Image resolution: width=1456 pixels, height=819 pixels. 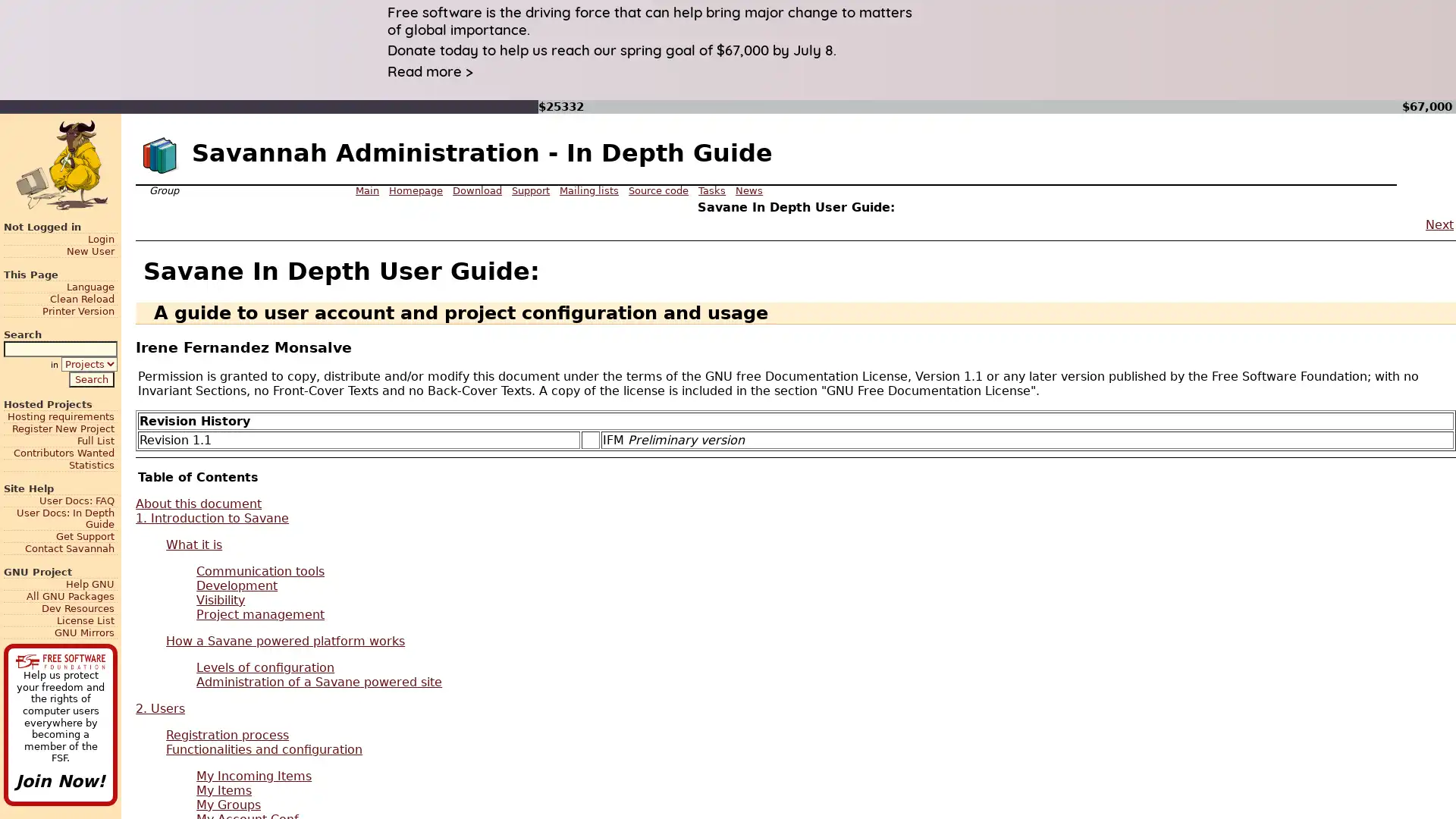 I want to click on Search, so click(x=90, y=378).